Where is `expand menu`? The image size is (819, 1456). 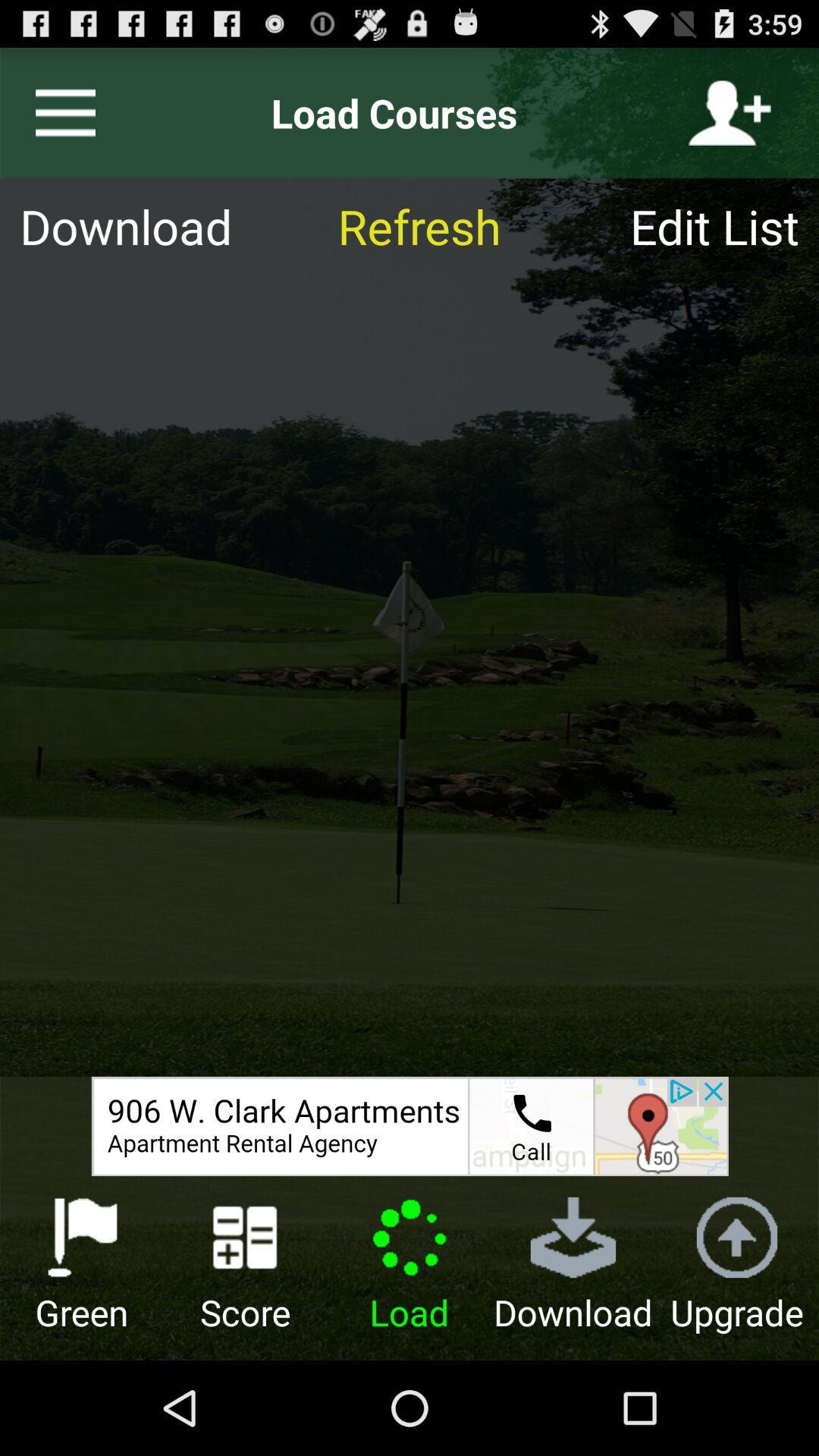
expand menu is located at coordinates (58, 112).